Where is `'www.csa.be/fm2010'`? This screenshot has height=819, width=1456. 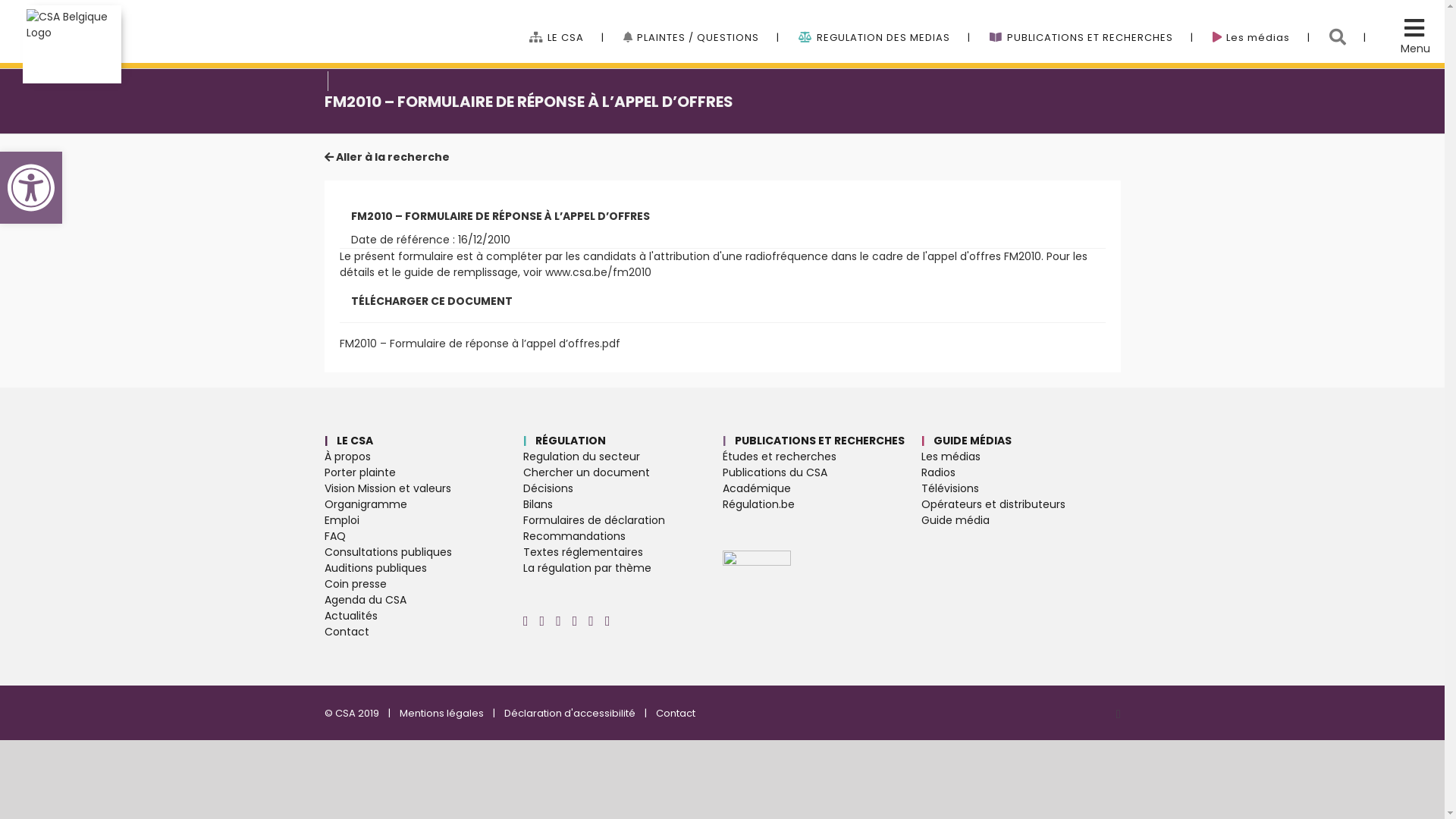
'www.csa.be/fm2010' is located at coordinates (544, 271).